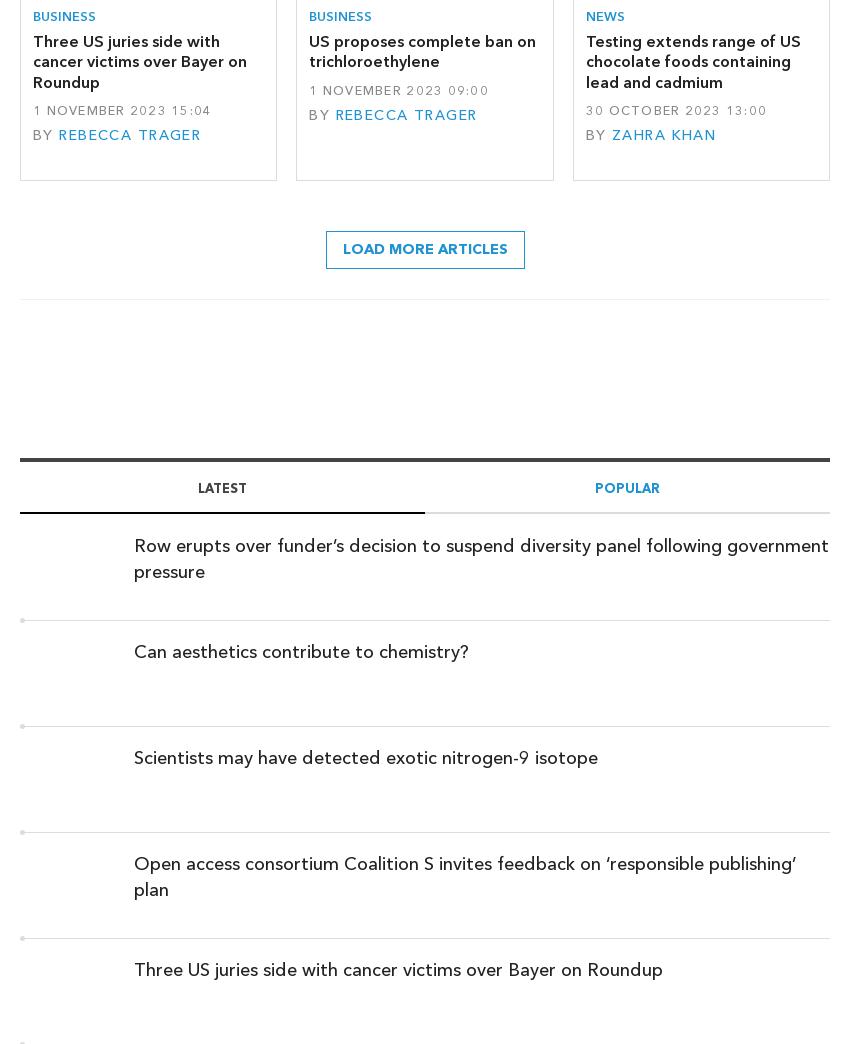 This screenshot has height=1044, width=850. I want to click on 'Three US juries side with cancer victims over Bayer on Roundup', so click(139, 60).